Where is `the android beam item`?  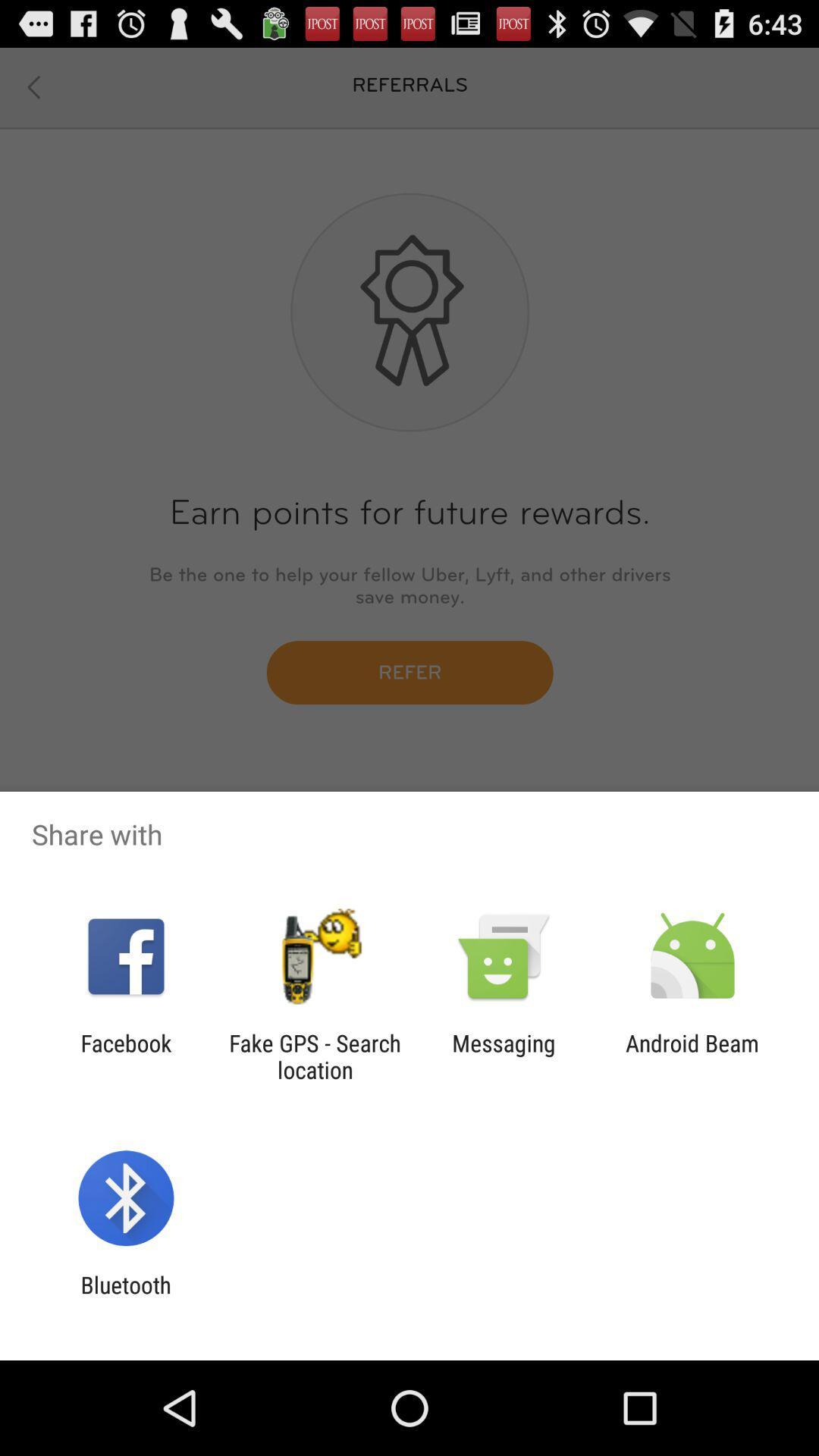
the android beam item is located at coordinates (692, 1056).